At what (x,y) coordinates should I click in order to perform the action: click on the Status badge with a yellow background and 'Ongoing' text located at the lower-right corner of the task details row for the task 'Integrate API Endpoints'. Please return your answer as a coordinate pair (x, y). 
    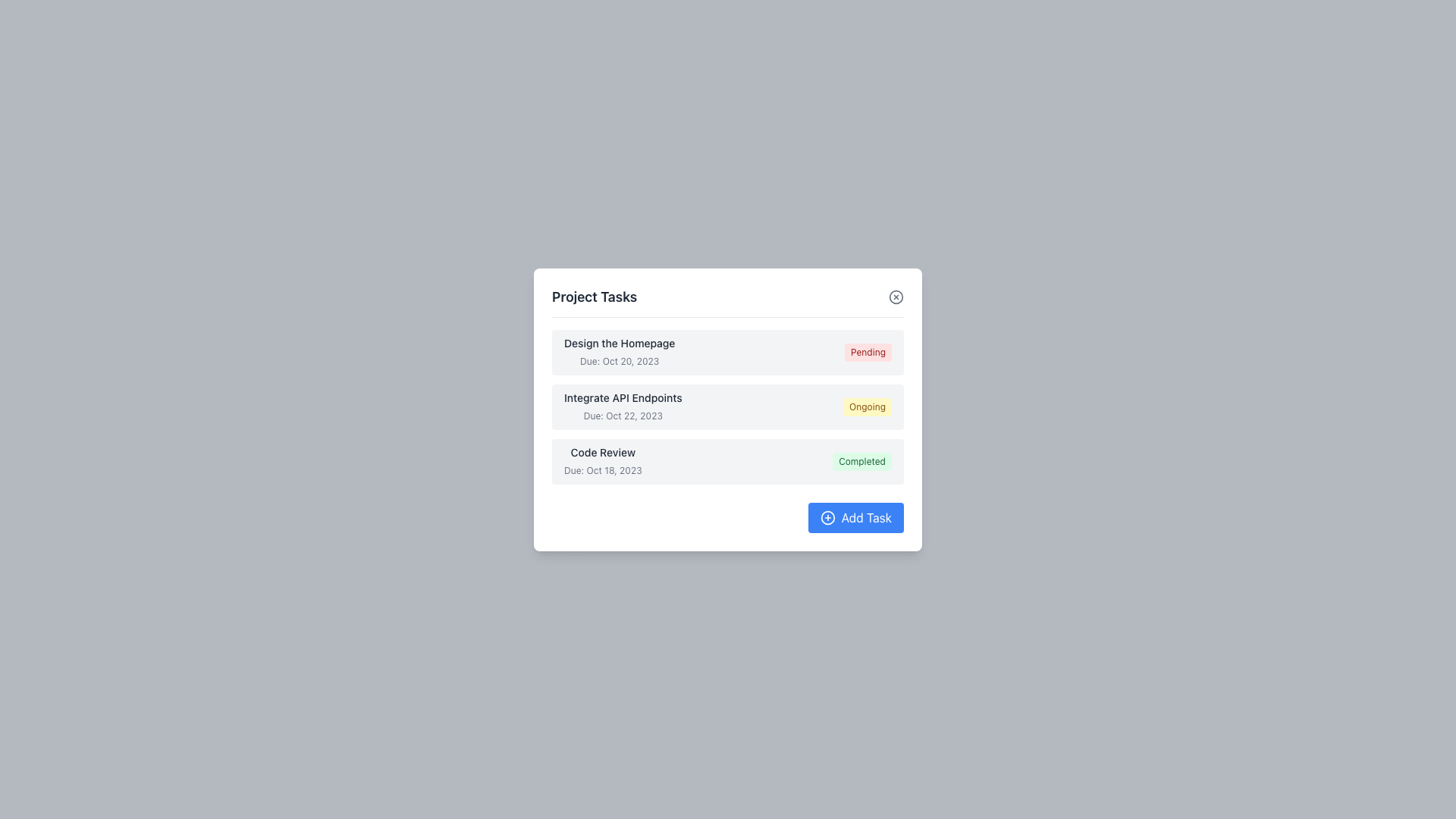
    Looking at the image, I should click on (867, 406).